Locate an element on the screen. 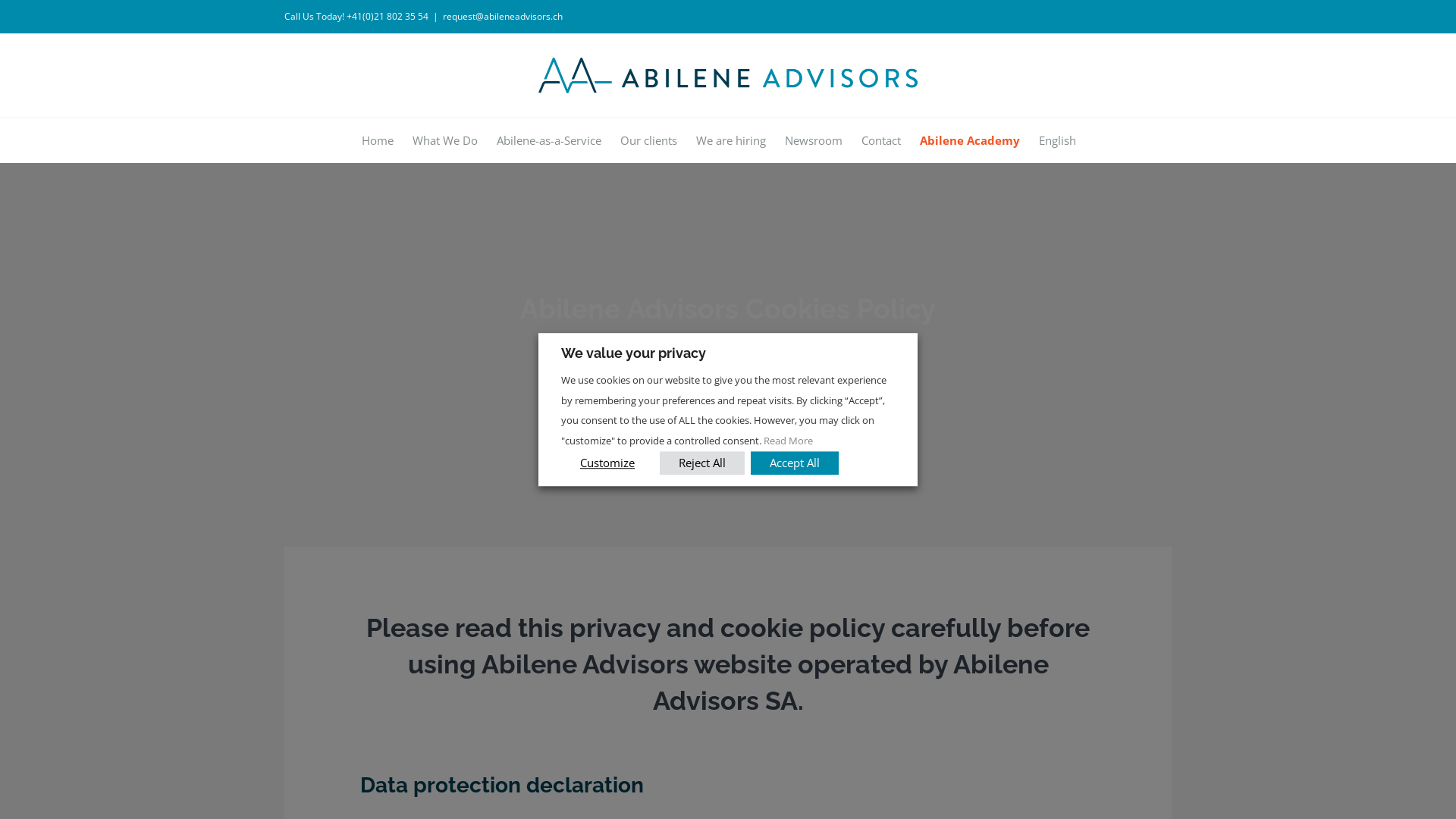  'Customize' is located at coordinates (607, 461).